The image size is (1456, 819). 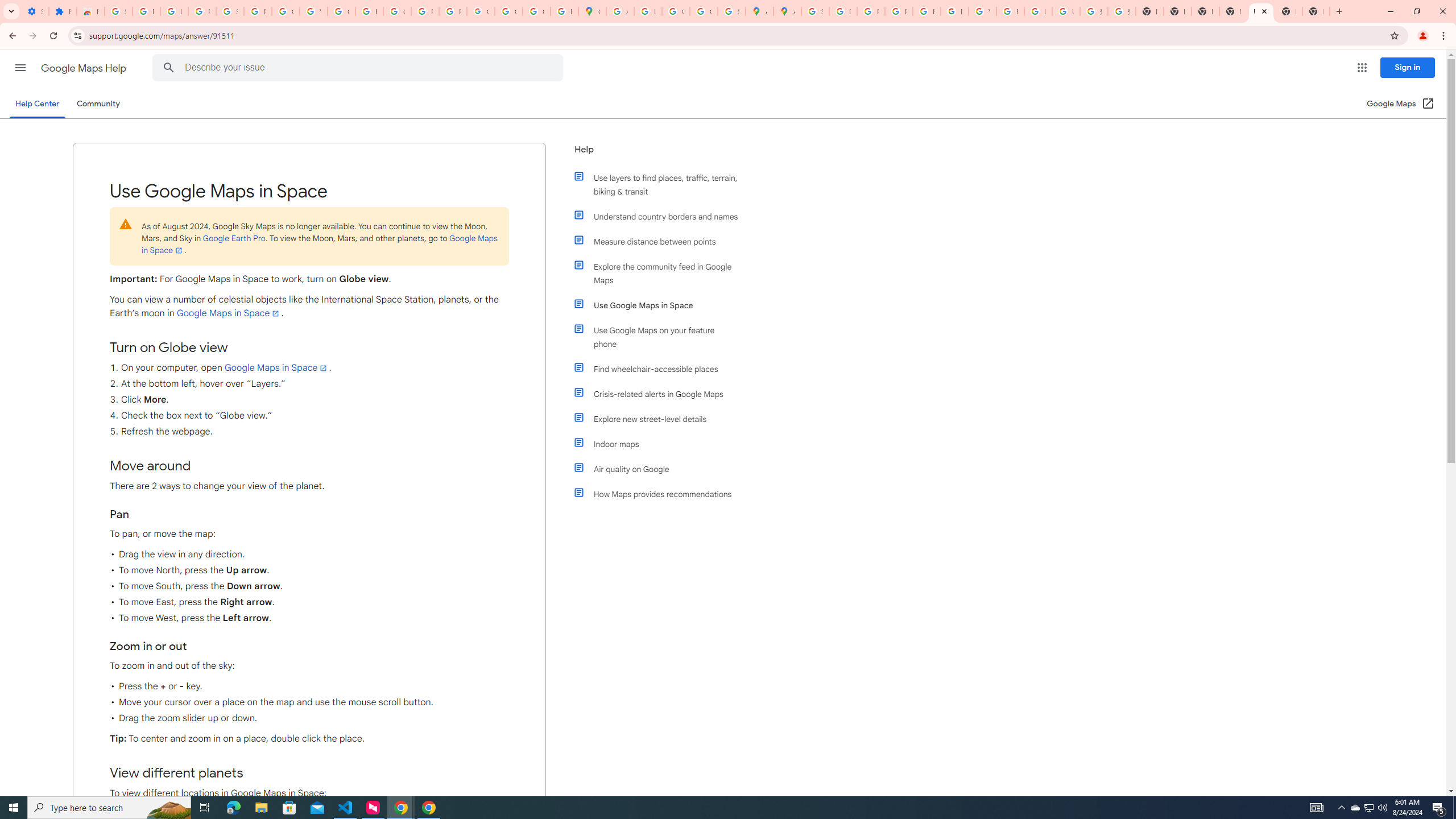 What do you see at coordinates (1260, 11) in the screenshot?
I see `'Use Google Maps in Space - Google Maps Help'` at bounding box center [1260, 11].